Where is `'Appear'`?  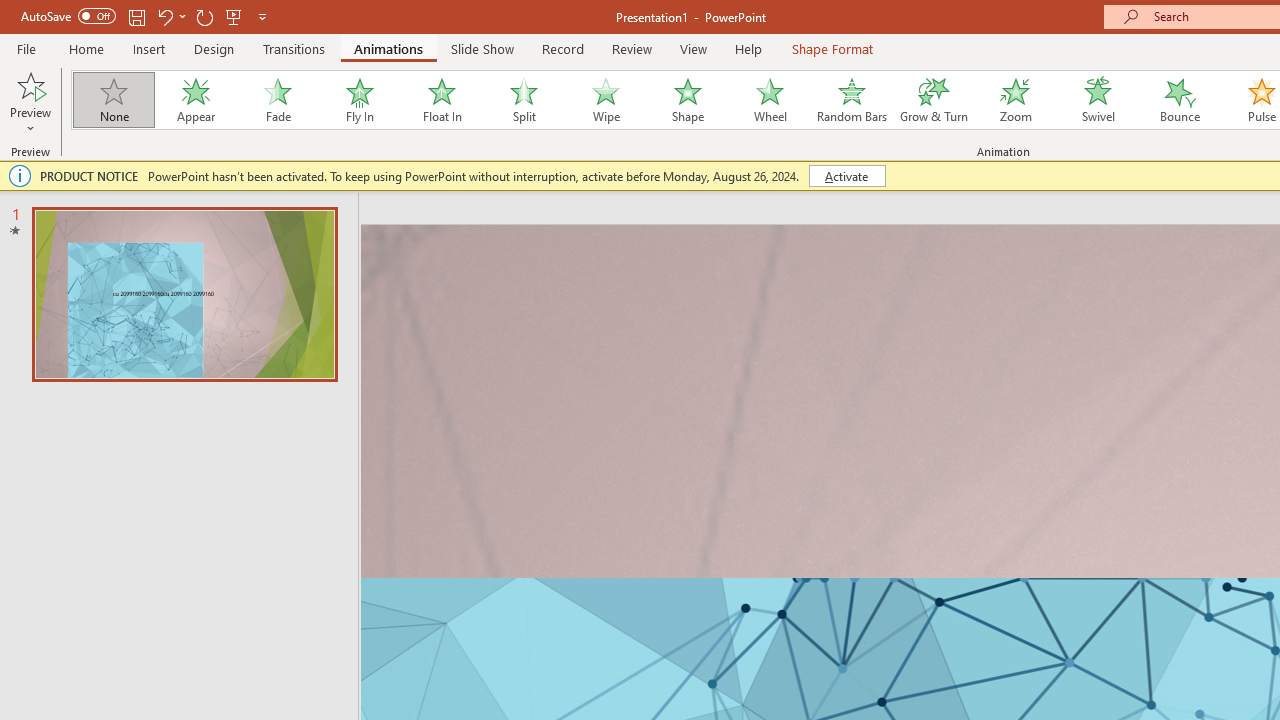
'Appear' is located at coordinates (195, 100).